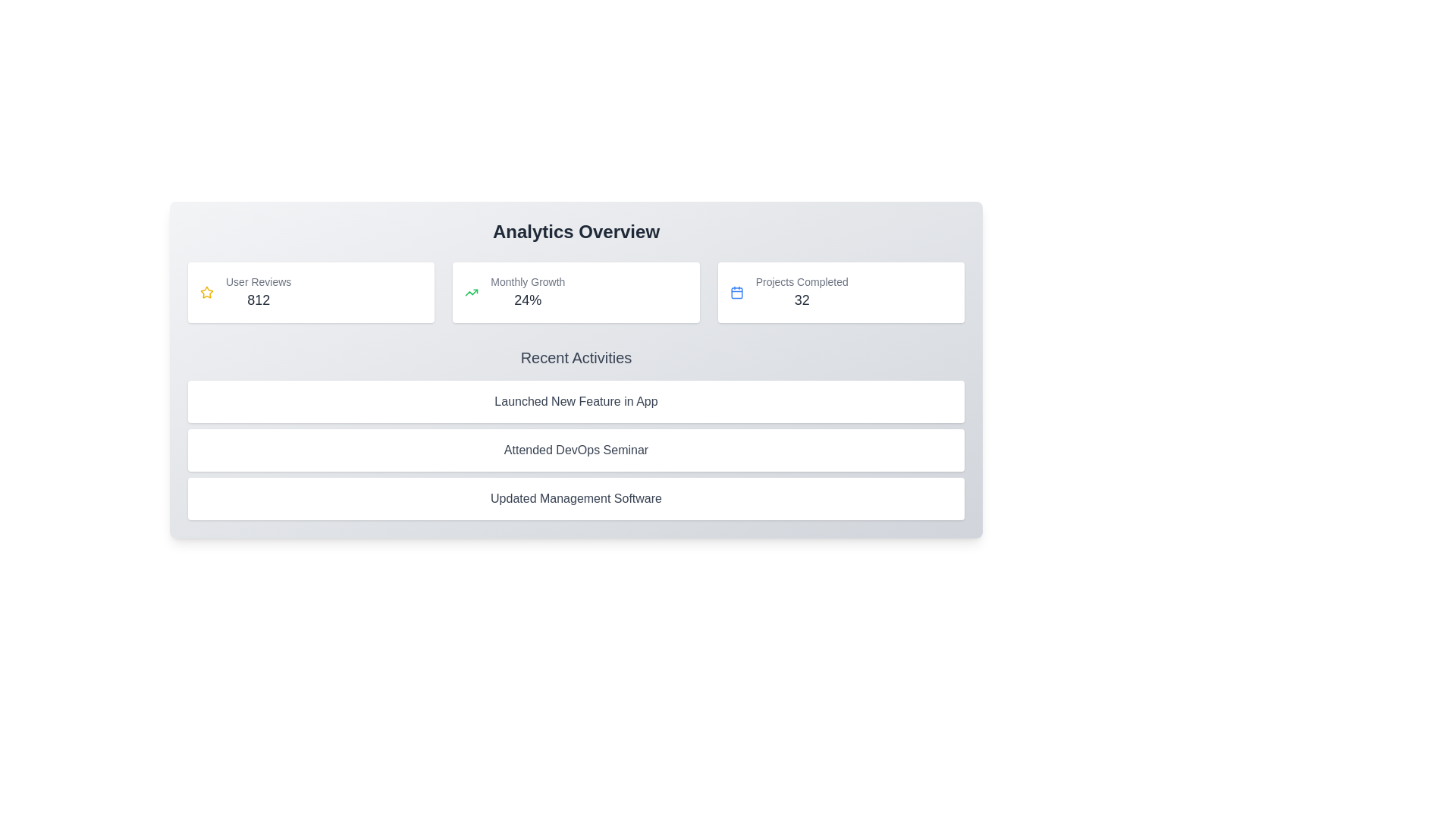  I want to click on the icon representing project completion statistics, located in the top row of the dashboard interface, on the rightmost panel of the card titled 'Projects Completed', so click(736, 292).